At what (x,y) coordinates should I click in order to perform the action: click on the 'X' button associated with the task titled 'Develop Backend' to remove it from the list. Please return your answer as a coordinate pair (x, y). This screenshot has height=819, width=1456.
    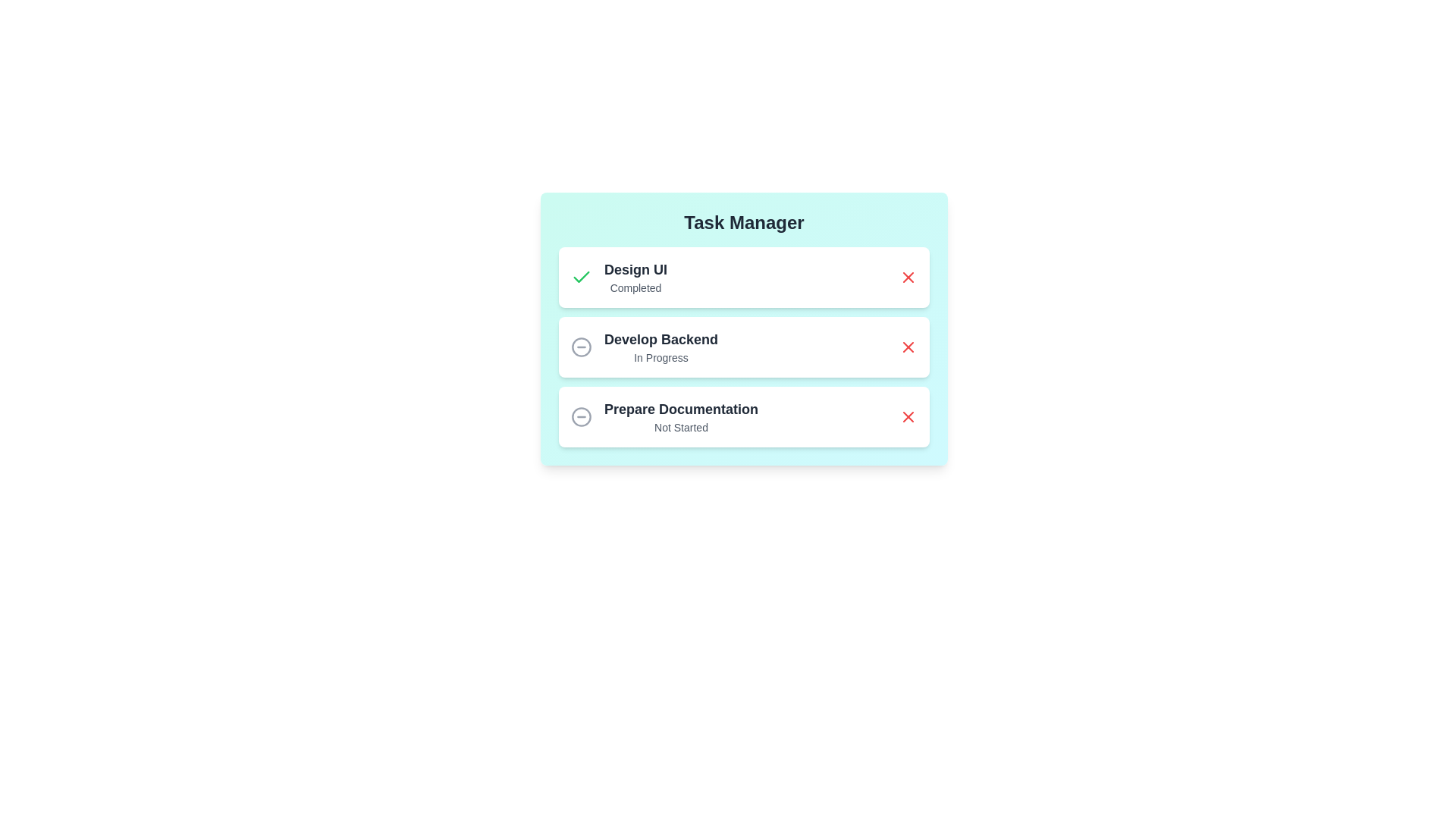
    Looking at the image, I should click on (908, 347).